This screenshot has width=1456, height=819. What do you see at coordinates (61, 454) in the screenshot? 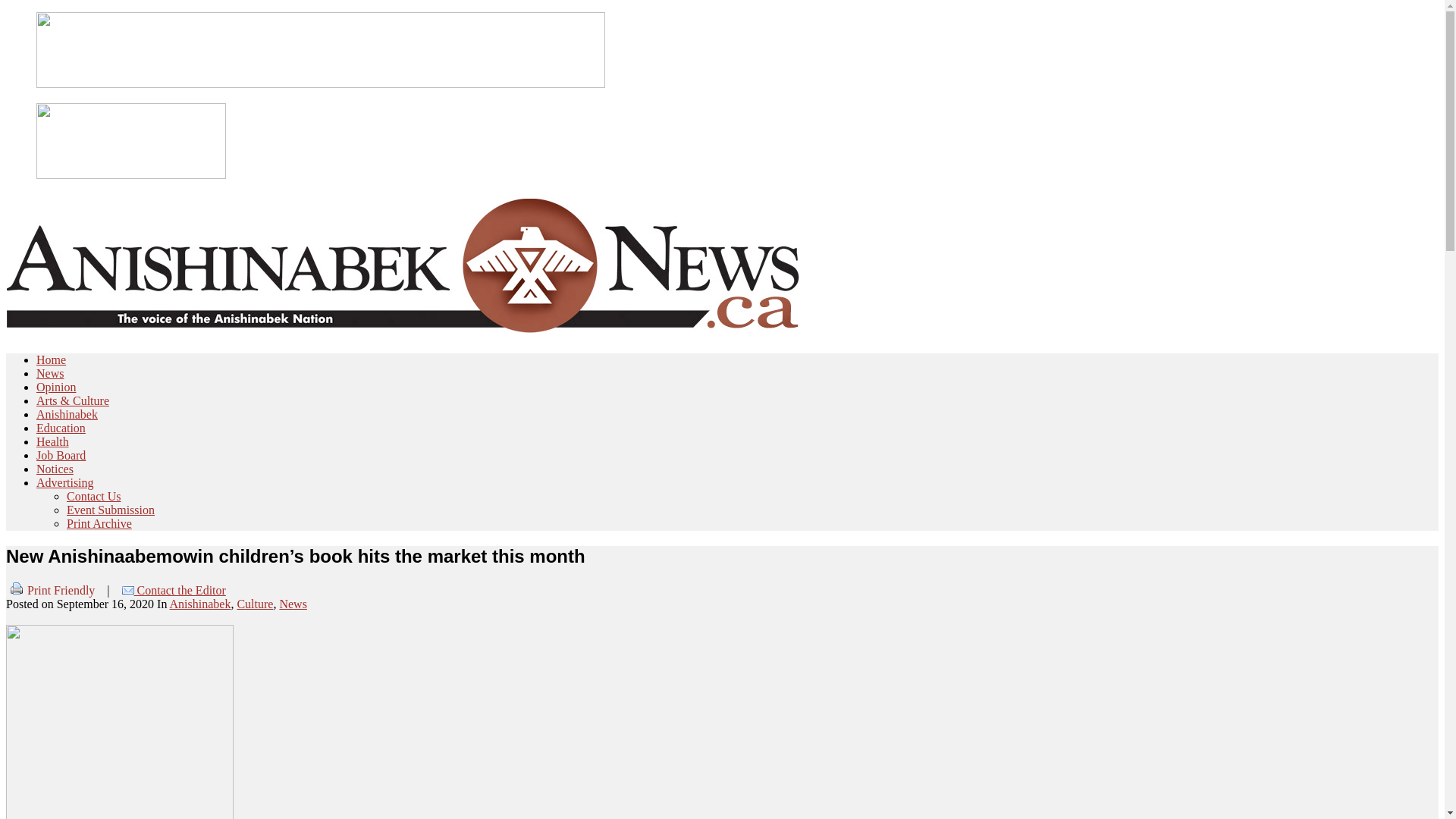
I see `'Job Board'` at bounding box center [61, 454].